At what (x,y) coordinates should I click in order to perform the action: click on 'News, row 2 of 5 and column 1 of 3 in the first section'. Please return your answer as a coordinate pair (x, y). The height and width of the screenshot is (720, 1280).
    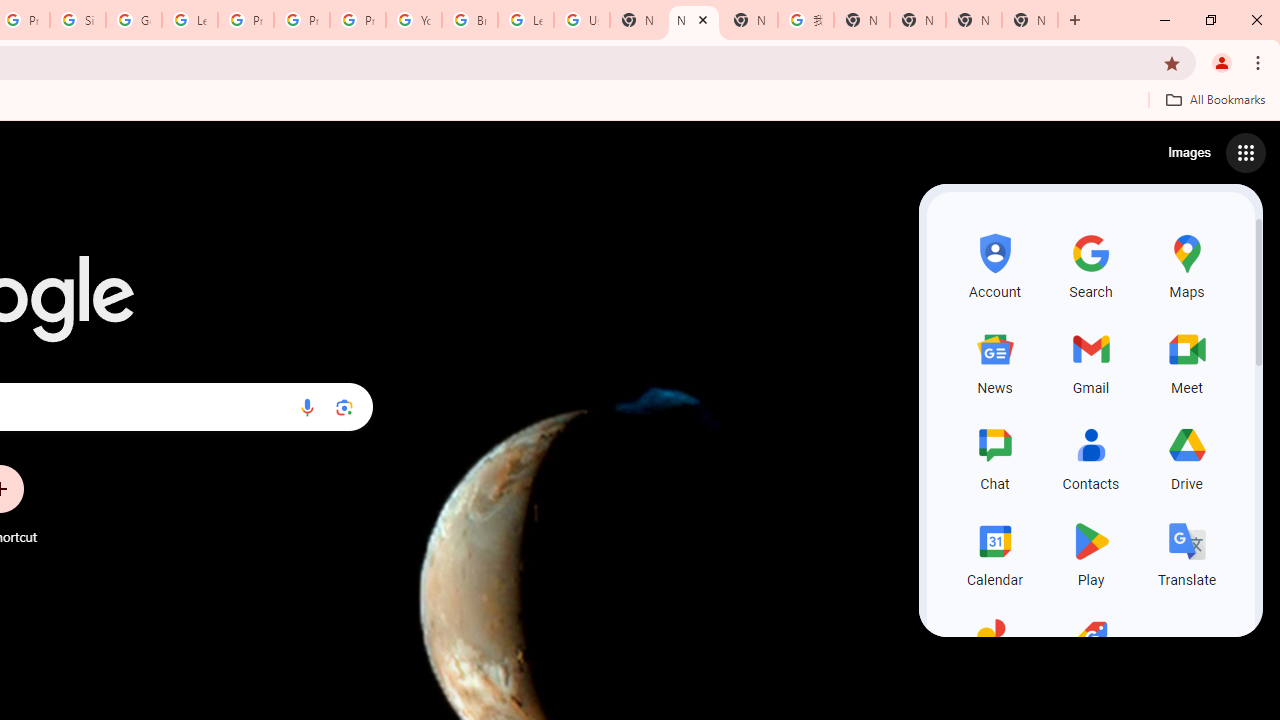
    Looking at the image, I should click on (995, 360).